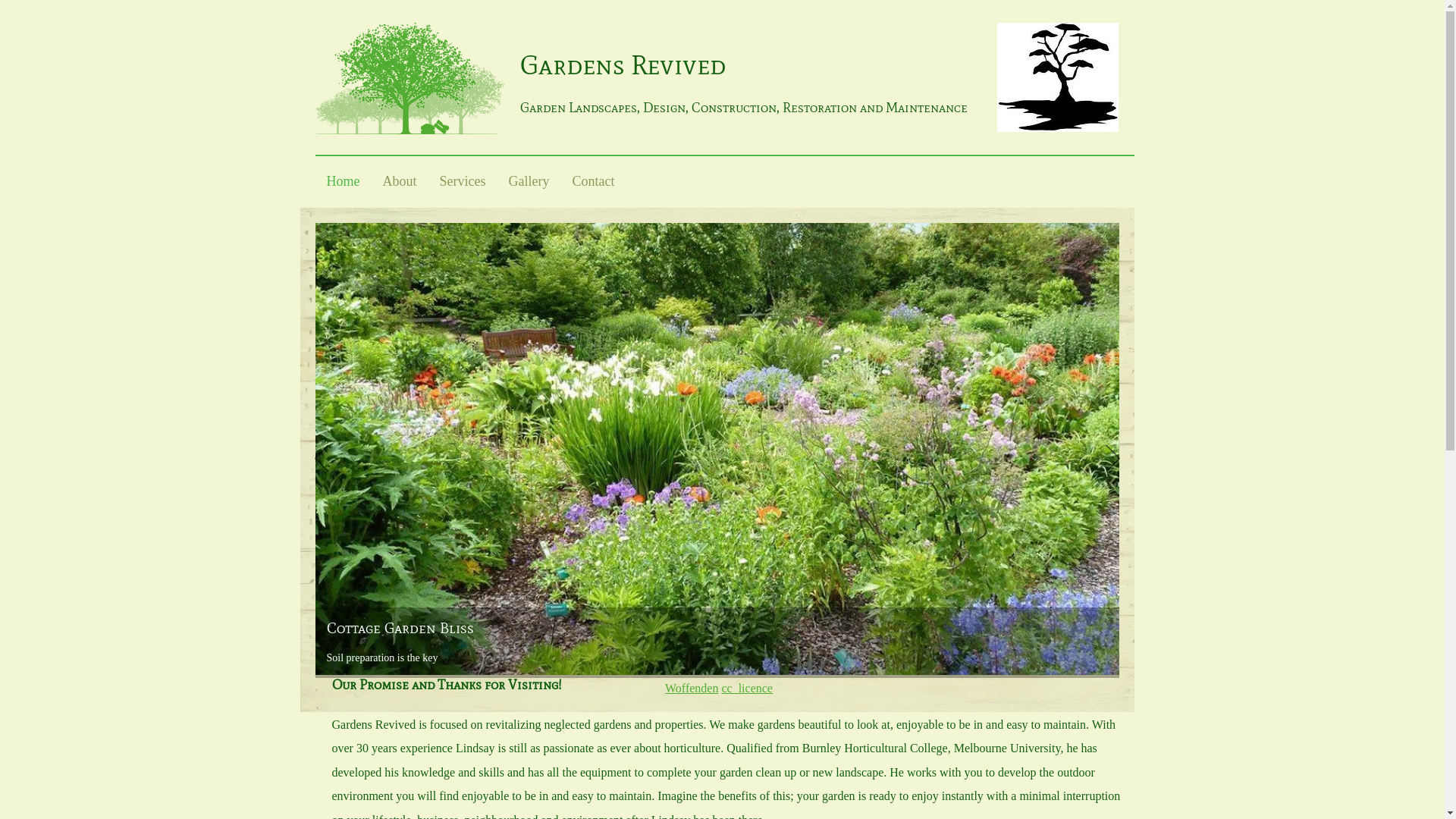 Image resolution: width=1456 pixels, height=819 pixels. Describe the element at coordinates (400, 180) in the screenshot. I see `'About'` at that location.